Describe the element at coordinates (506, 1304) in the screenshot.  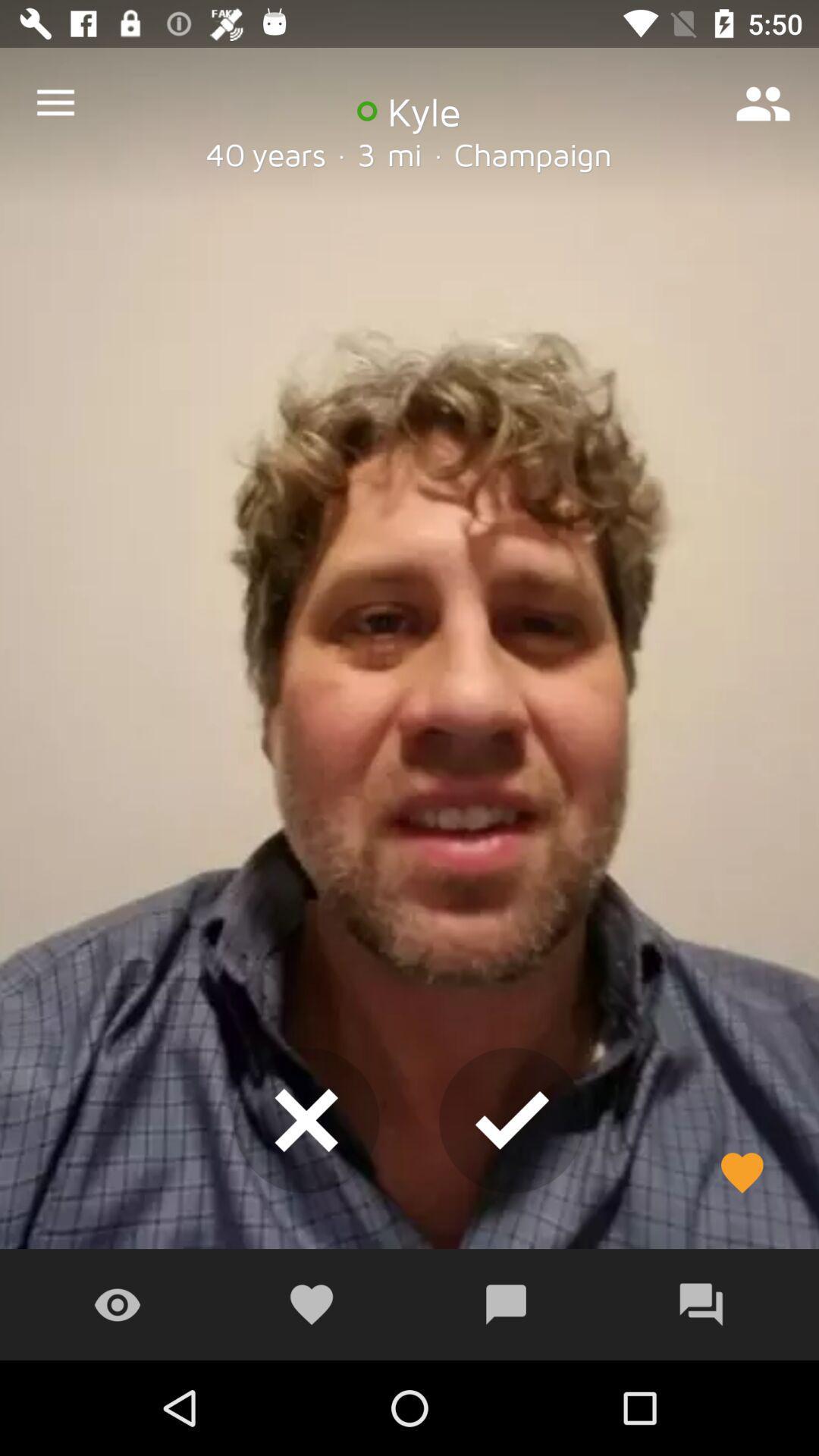
I see `the logo below tick mark` at that location.